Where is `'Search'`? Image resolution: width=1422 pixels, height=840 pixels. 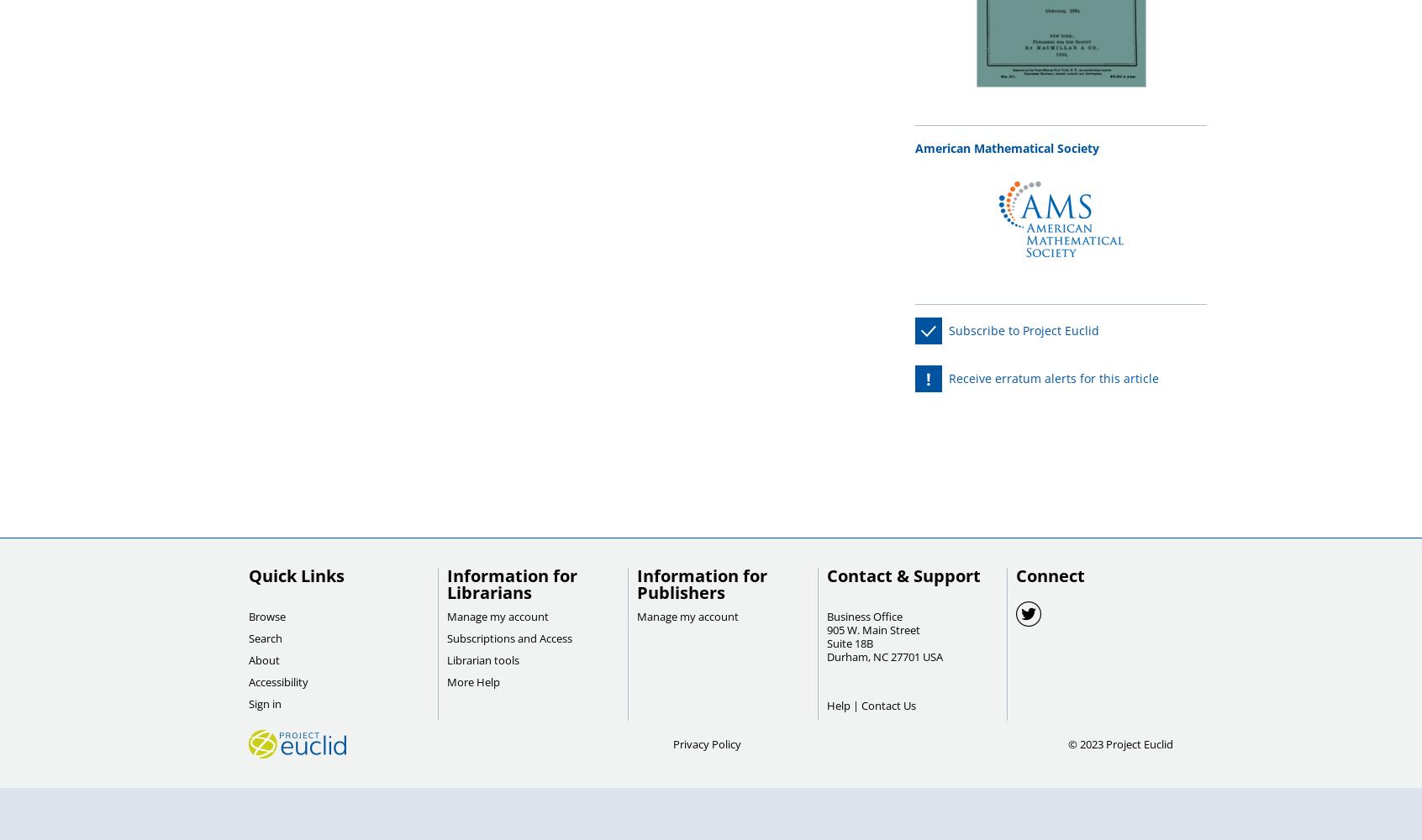
'Search' is located at coordinates (265, 638).